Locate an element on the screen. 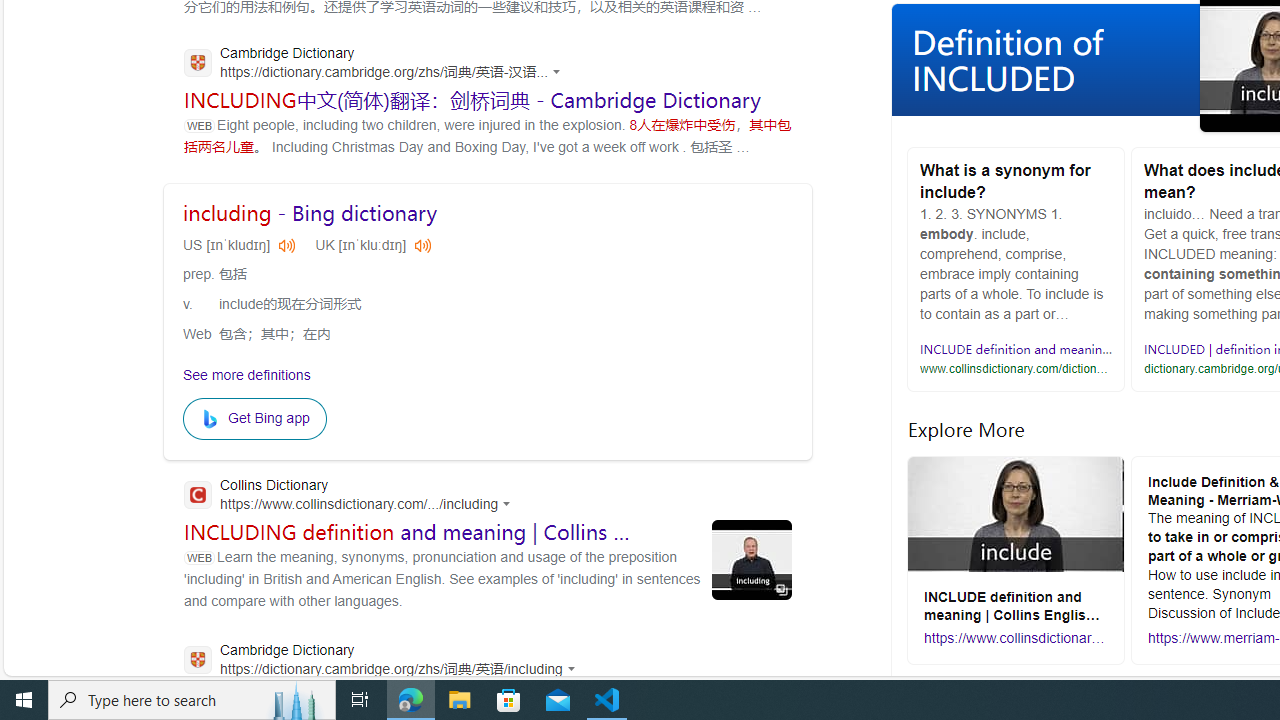 The height and width of the screenshot is (720, 1280). 'Cambridge Dictionary' is located at coordinates (385, 661).